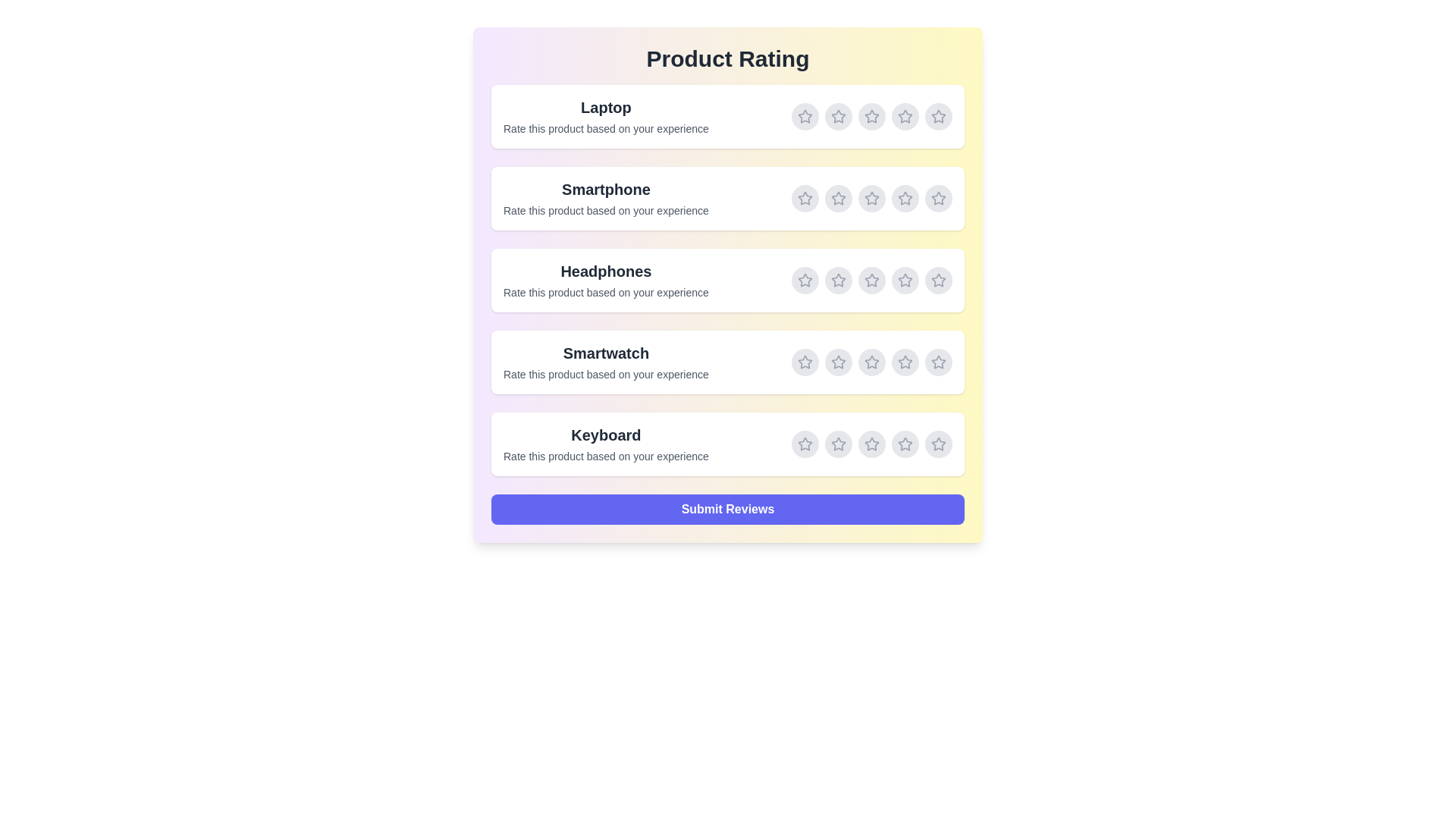 The height and width of the screenshot is (819, 1456). I want to click on the rating for Smartwatch to 1 stars, so click(804, 362).